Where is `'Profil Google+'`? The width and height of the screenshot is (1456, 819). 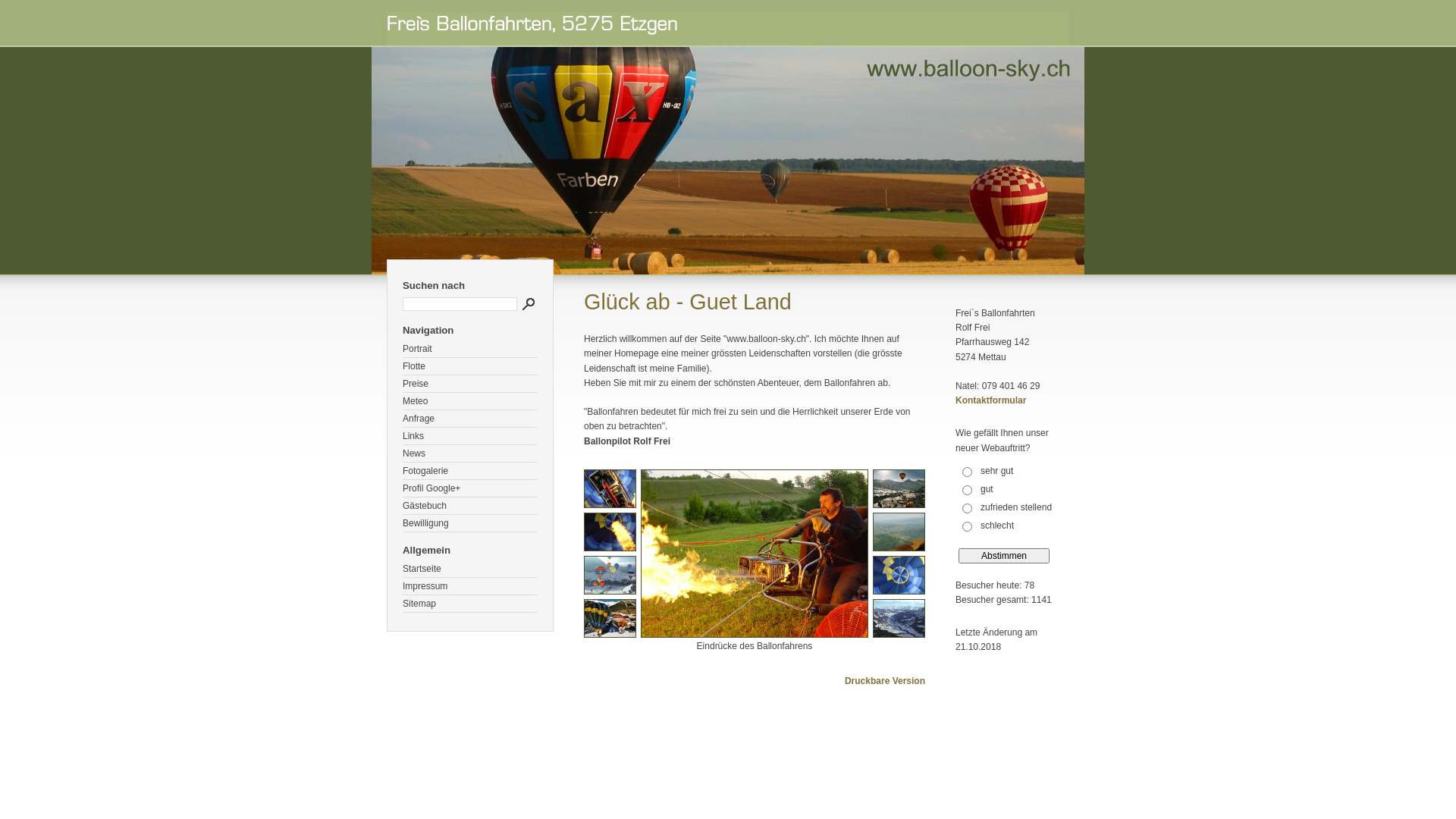 'Profil Google+' is located at coordinates (469, 488).